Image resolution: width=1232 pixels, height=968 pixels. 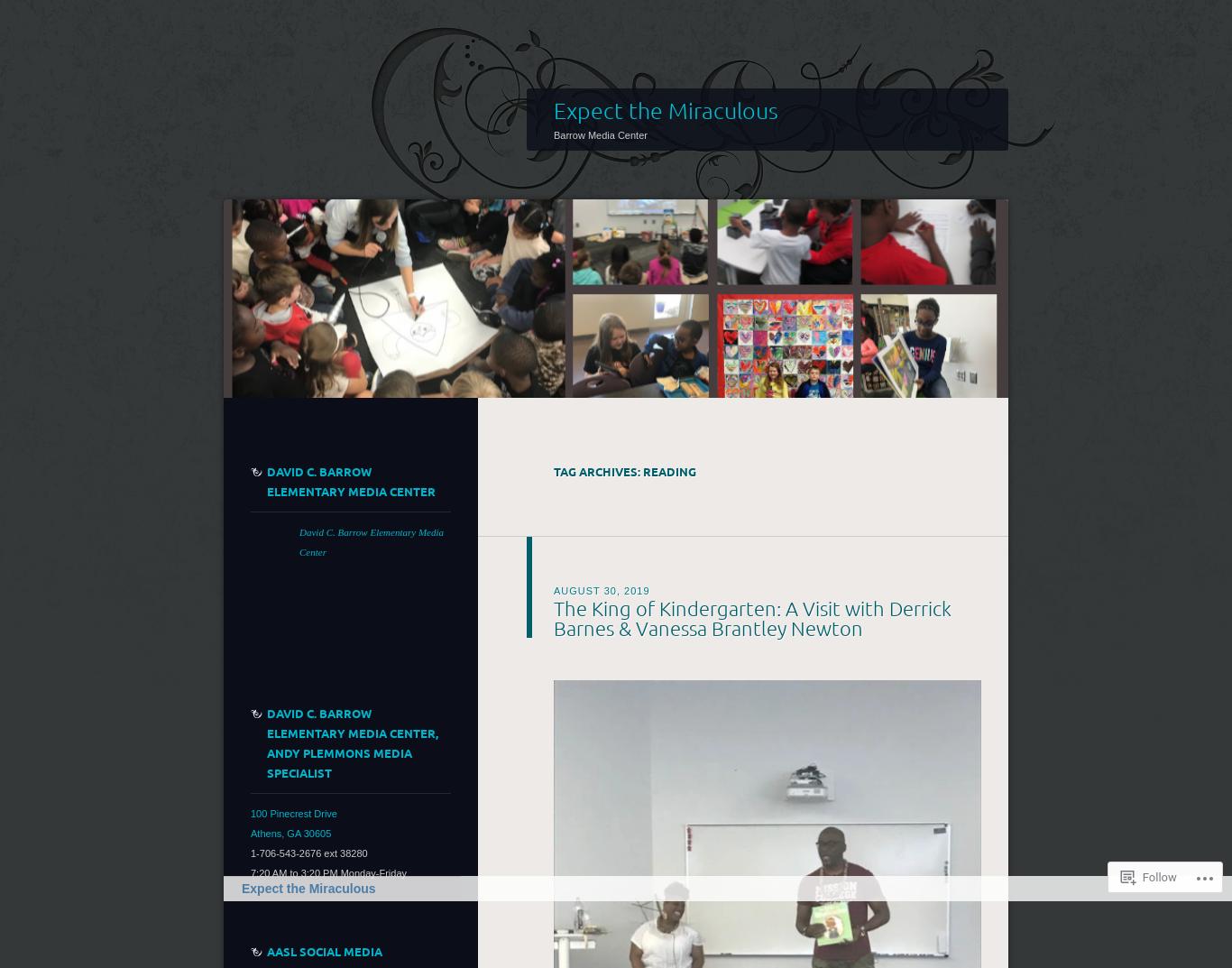 What do you see at coordinates (751, 617) in the screenshot?
I see `'The King of Kindergarten: A Visit with Derrick Barnes & Vanessa Brantley Newton'` at bounding box center [751, 617].